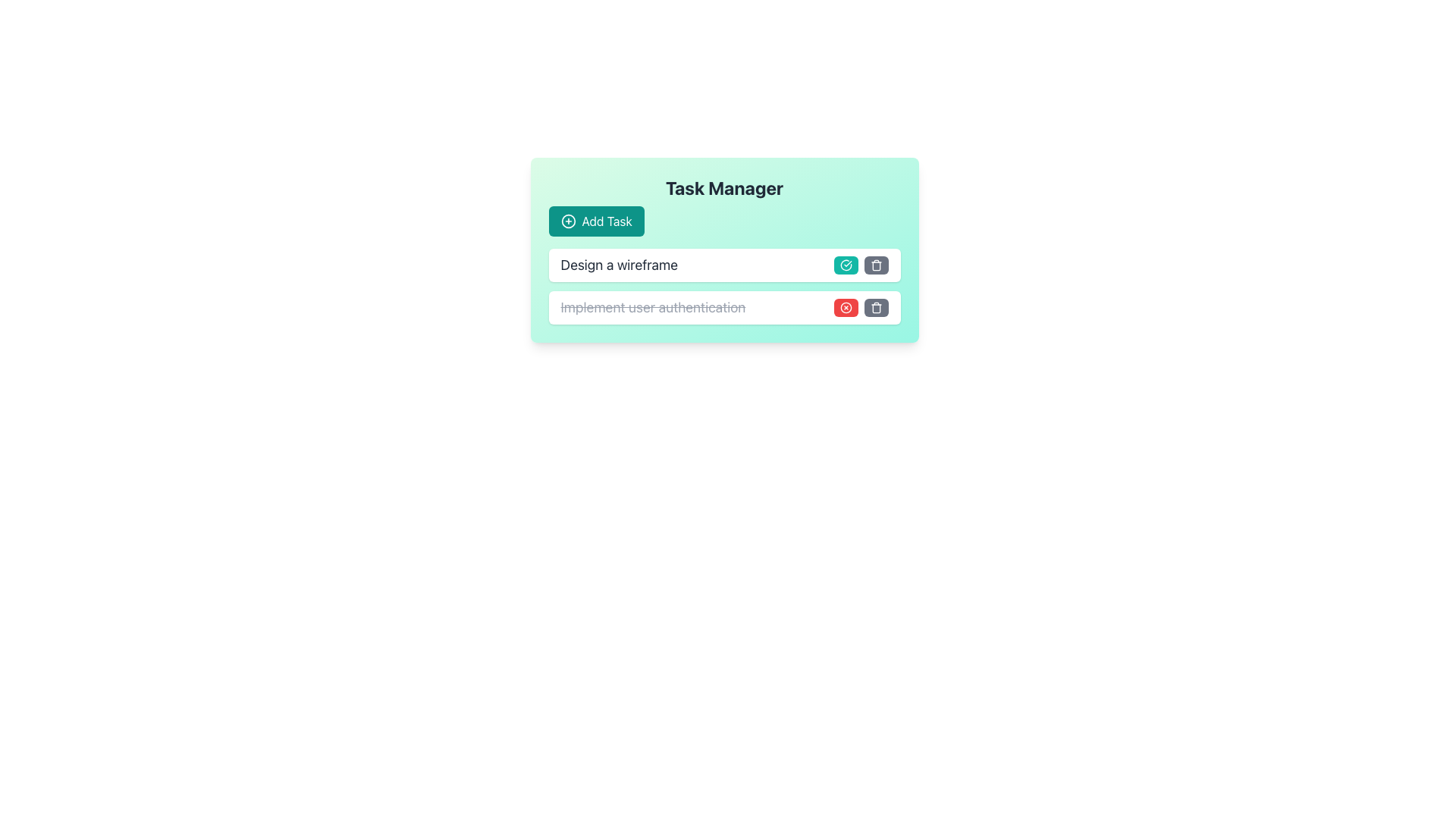  What do you see at coordinates (876, 265) in the screenshot?
I see `the trash can icon on the gray rounded button at the right end of the second task row labeled 'Design a wireframe'` at bounding box center [876, 265].